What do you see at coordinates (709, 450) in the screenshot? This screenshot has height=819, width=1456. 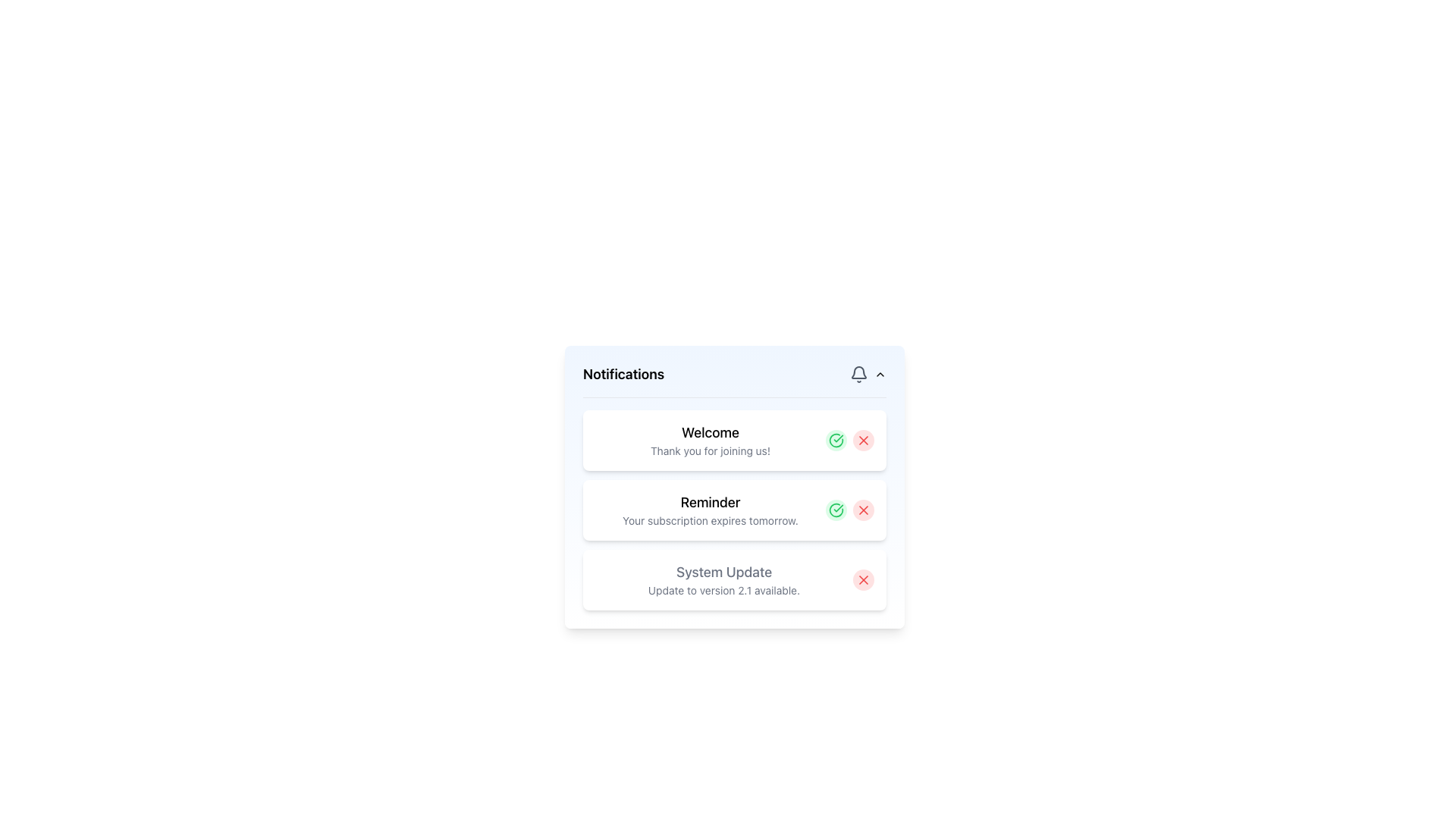 I see `the text label displaying 'Thank you for joining us!', which is positioned beneath the 'Welcome' heading` at bounding box center [709, 450].